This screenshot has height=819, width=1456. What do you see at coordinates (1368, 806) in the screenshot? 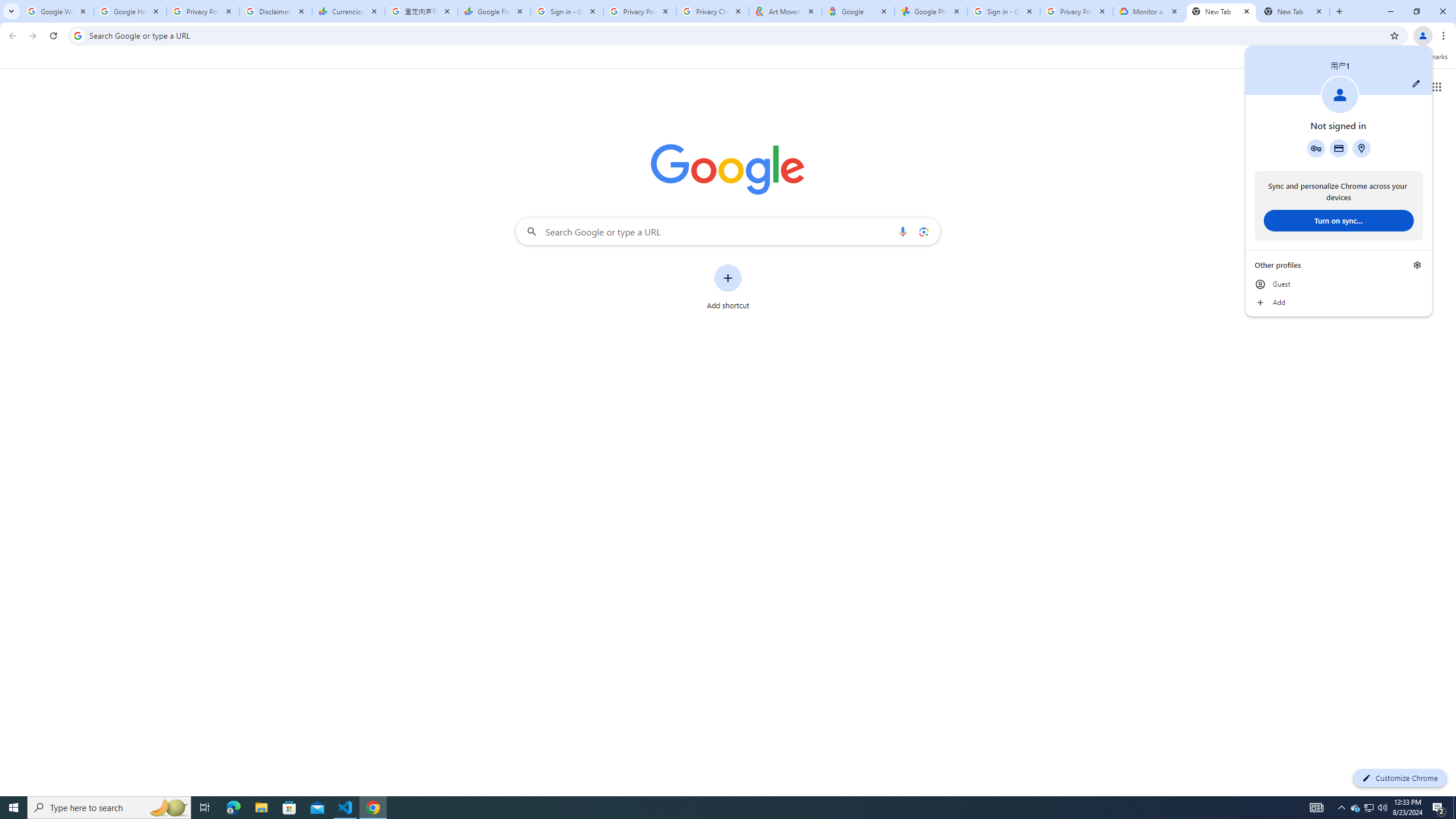
I see `'User Promoted Notification Area'` at bounding box center [1368, 806].